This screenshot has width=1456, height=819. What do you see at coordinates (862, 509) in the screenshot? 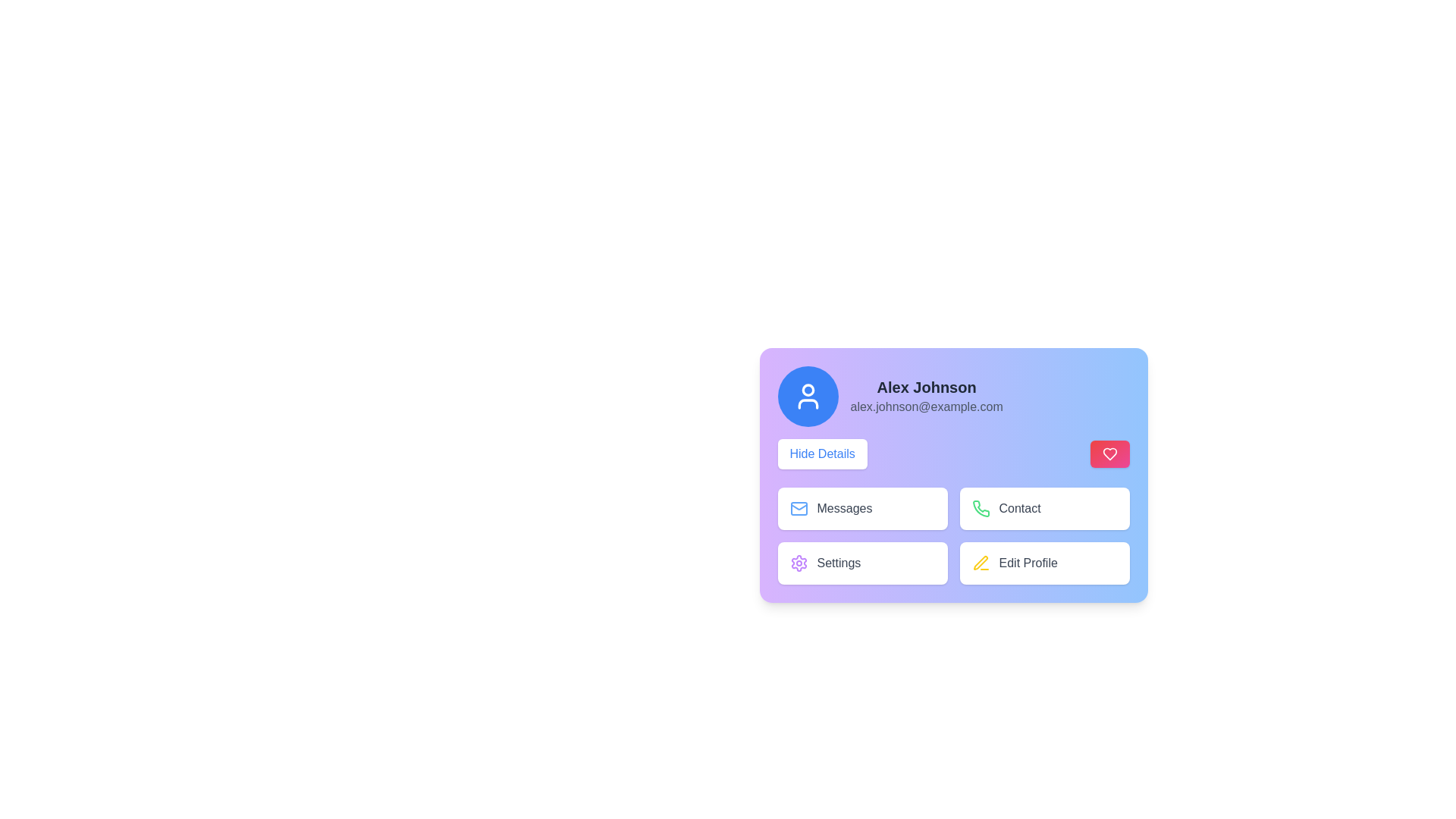
I see `the 'Messages' button, which is a rectangular button with a white background and an envelope icon on the left, located at the top-left corner of the grid layout` at bounding box center [862, 509].